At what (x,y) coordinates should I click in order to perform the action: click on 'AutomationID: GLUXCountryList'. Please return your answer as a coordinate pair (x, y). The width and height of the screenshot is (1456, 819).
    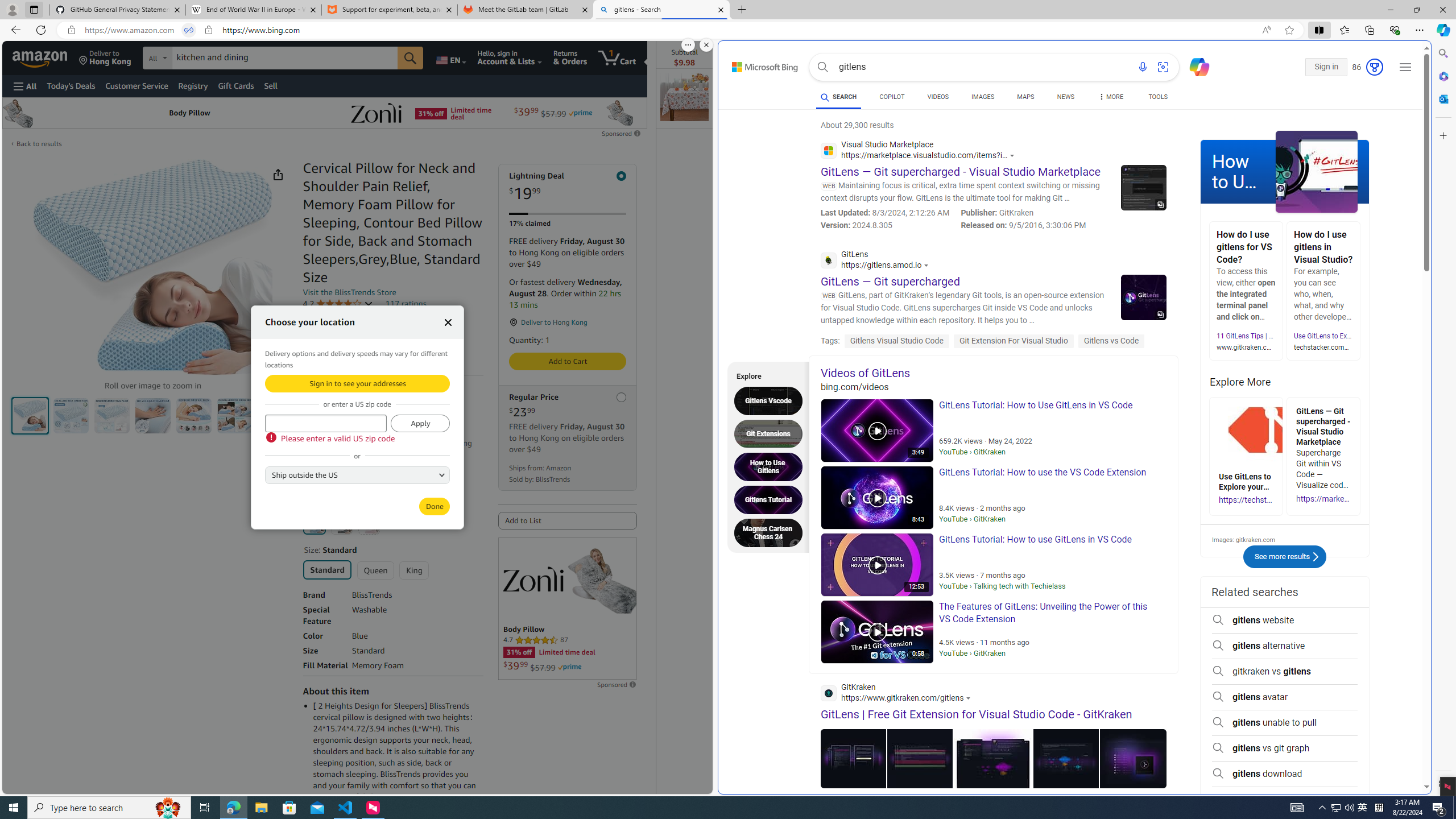
    Looking at the image, I should click on (357, 474).